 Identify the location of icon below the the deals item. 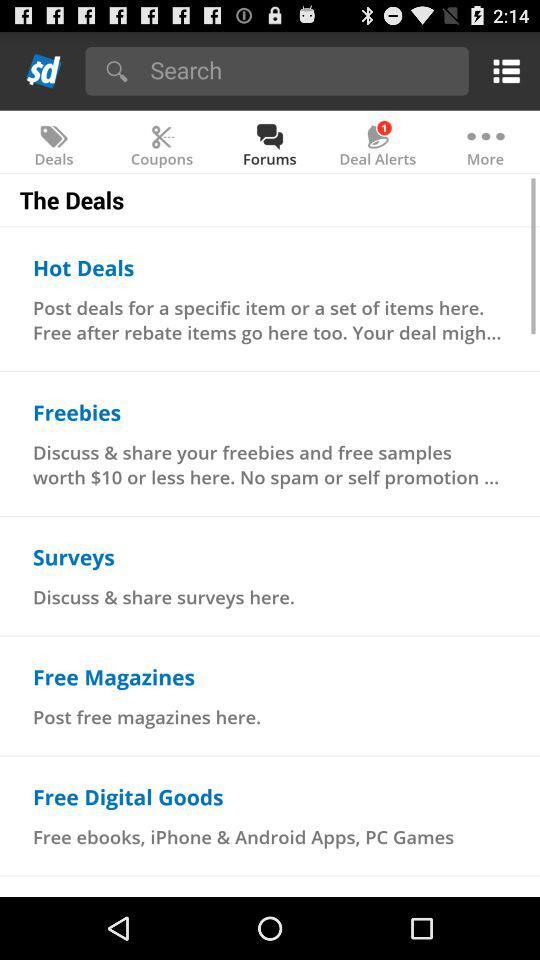
(82, 266).